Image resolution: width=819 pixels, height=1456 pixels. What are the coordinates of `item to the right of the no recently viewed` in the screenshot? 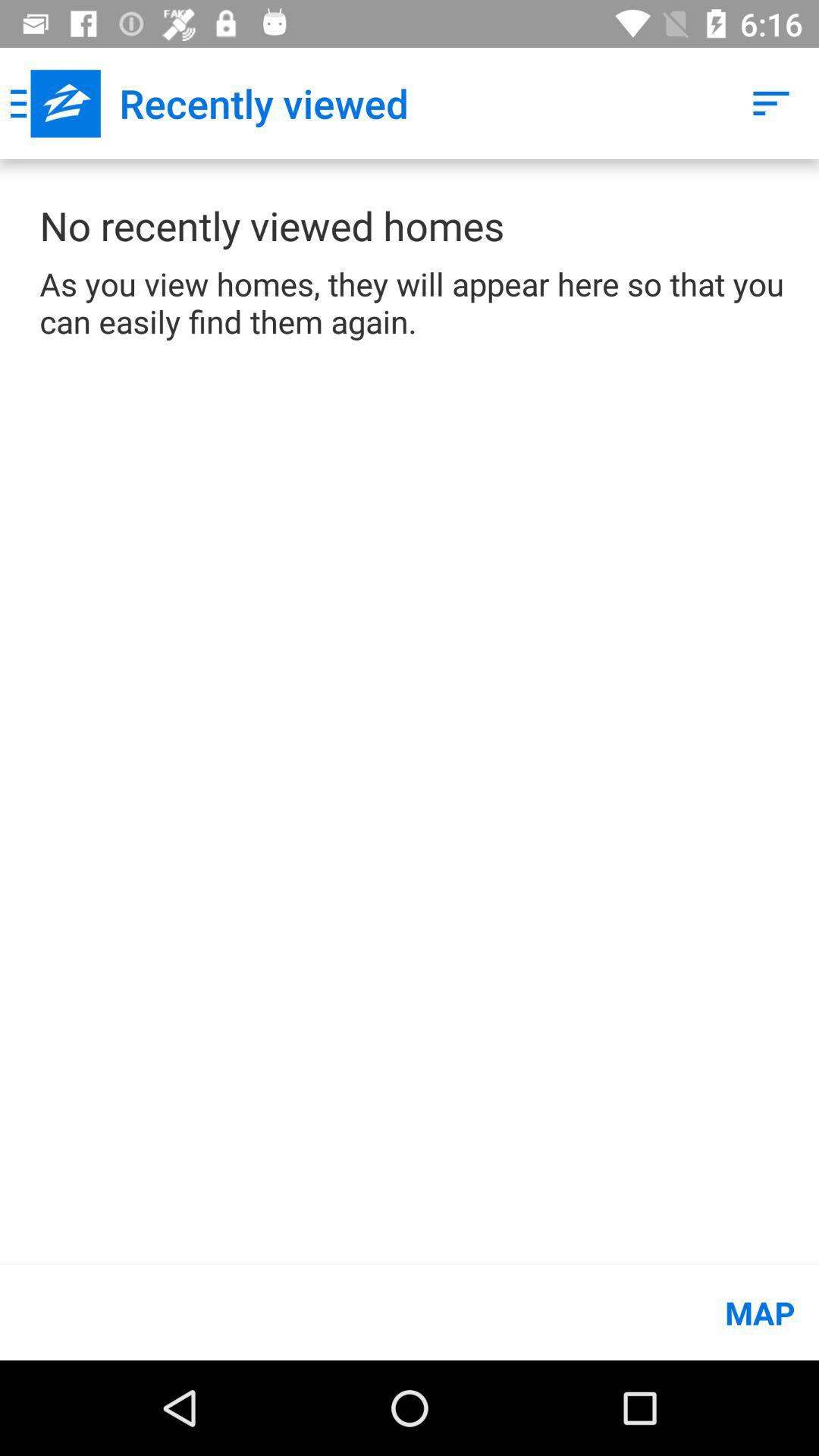 It's located at (771, 102).